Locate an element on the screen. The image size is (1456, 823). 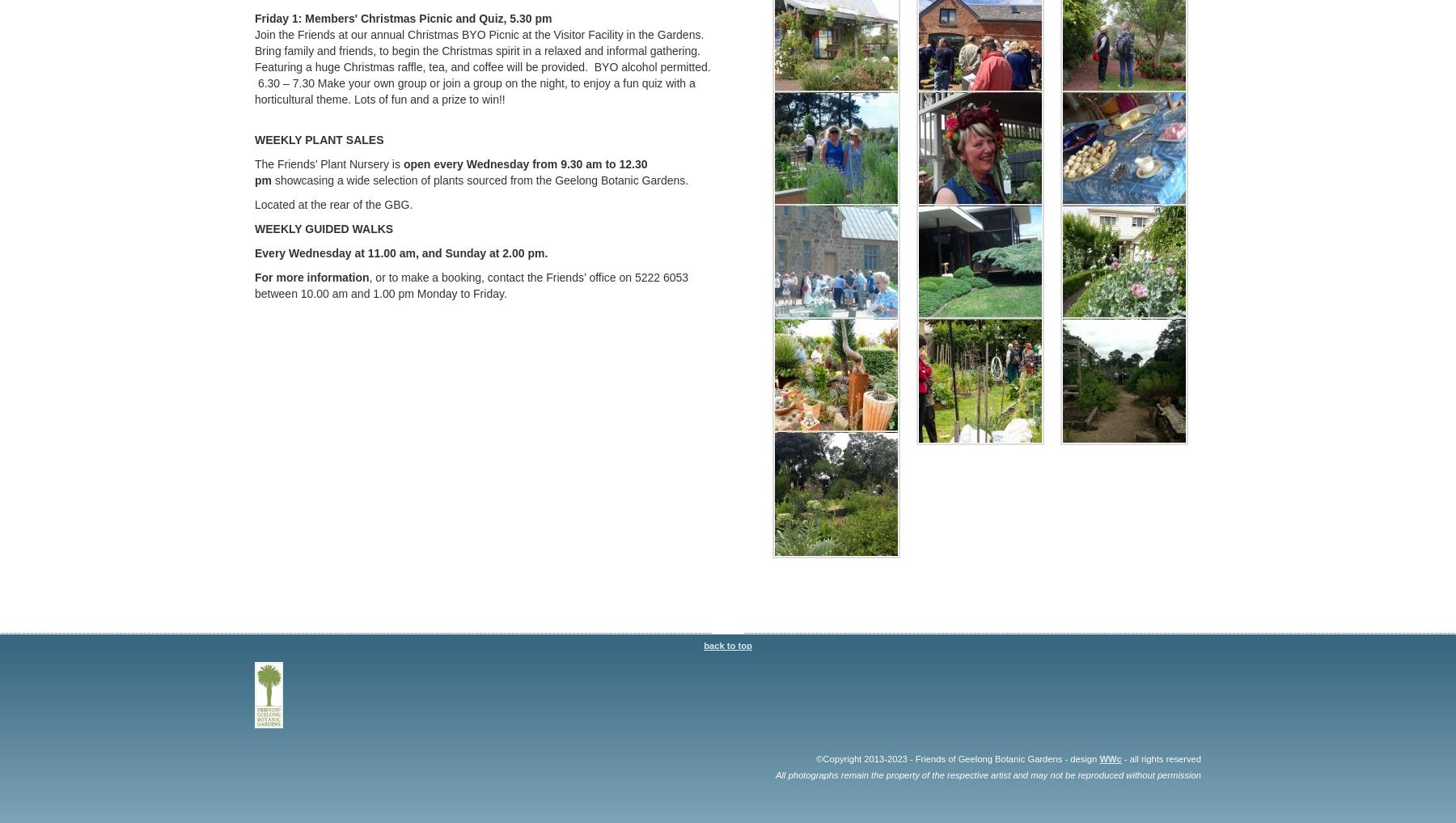
'©Copyright 2013-2023 - Friends of Geelong Botanic Gardens - design' is located at coordinates (815, 757).